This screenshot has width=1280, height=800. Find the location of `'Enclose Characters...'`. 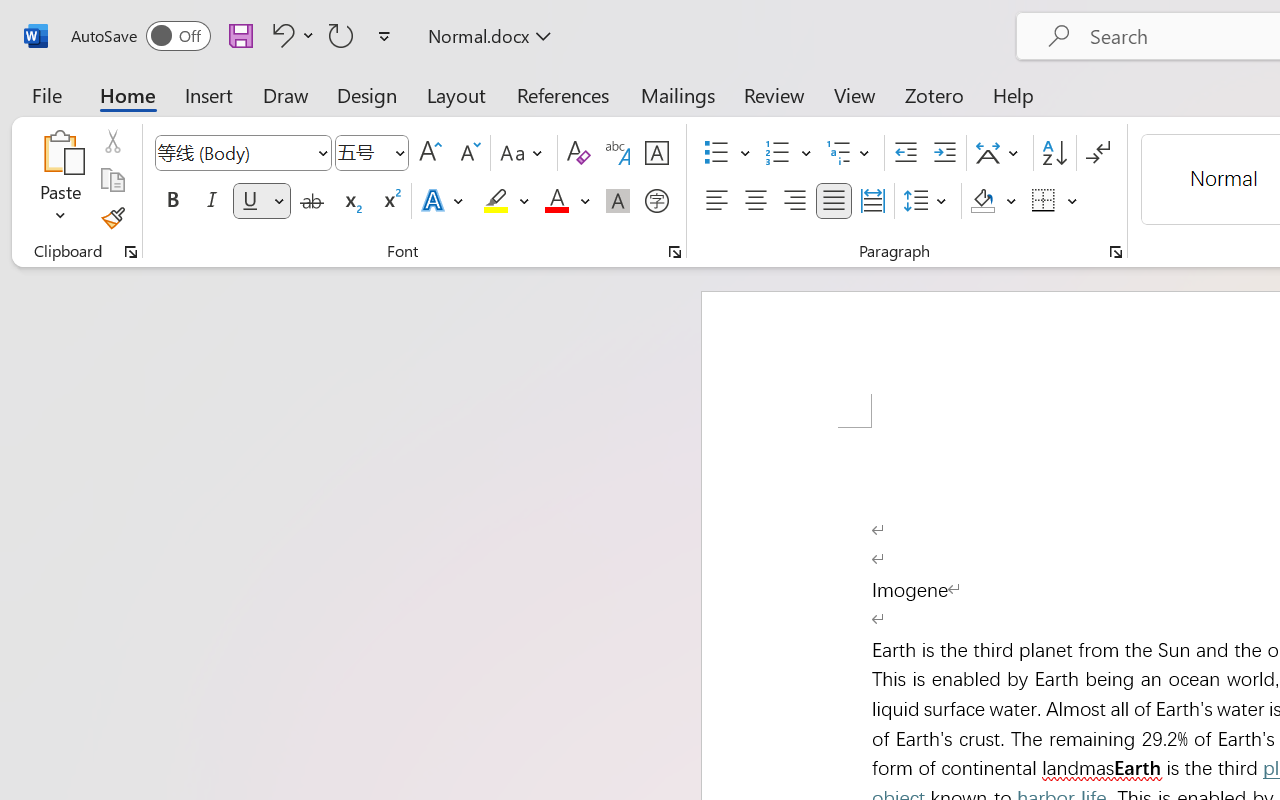

'Enclose Characters...' is located at coordinates (656, 201).